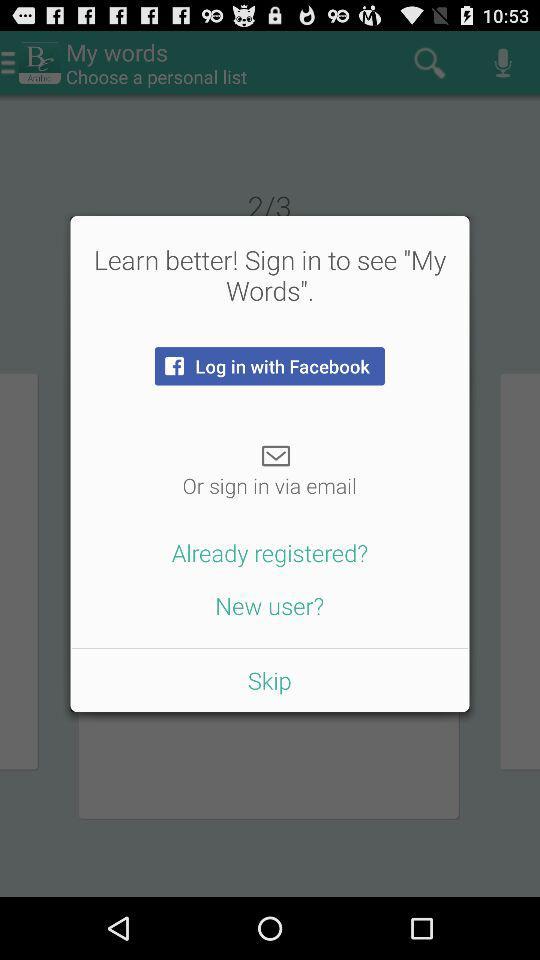  I want to click on already registered? icon, so click(270, 552).